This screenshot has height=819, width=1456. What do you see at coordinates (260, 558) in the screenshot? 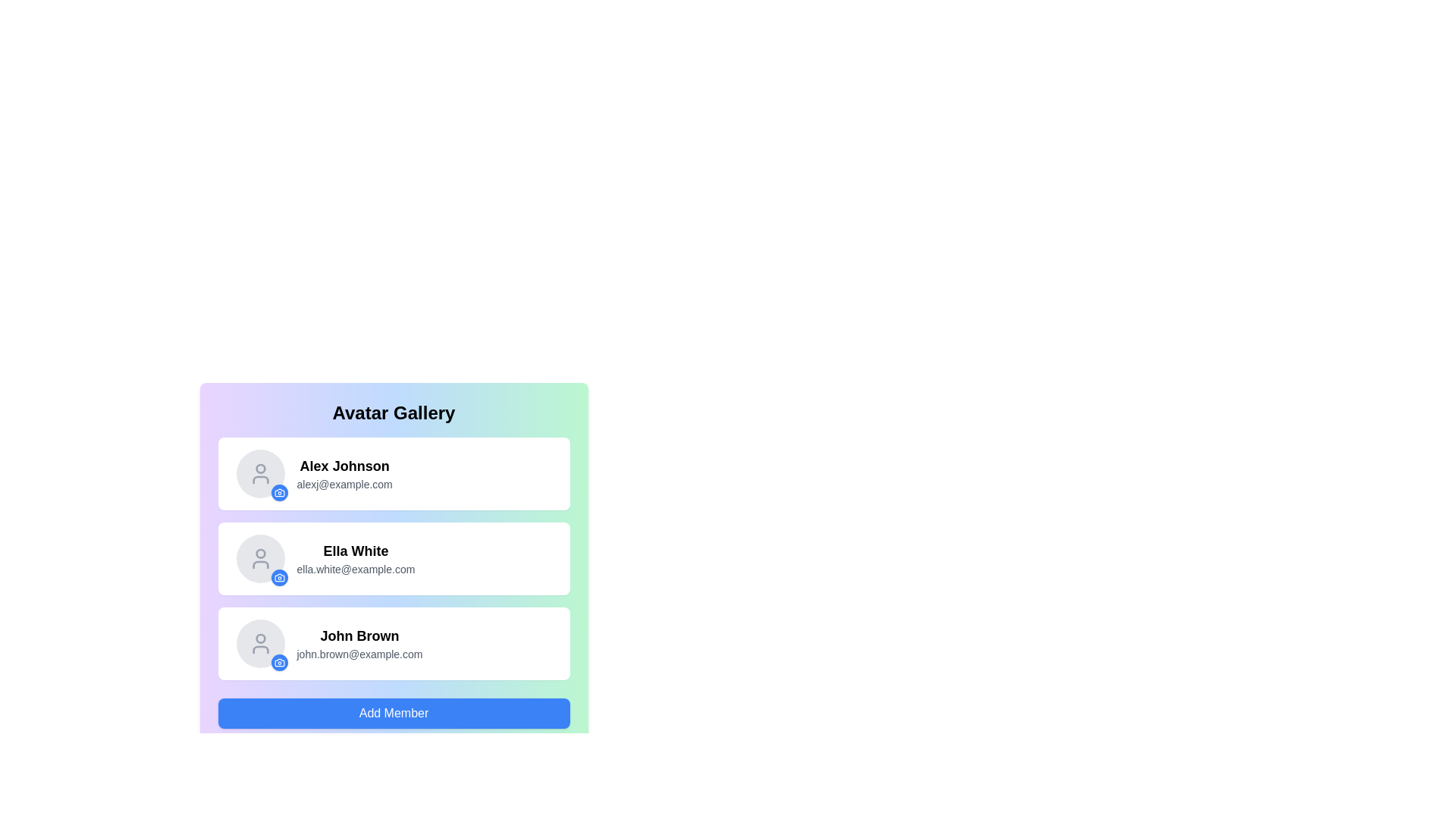
I see `the circular gray icon representing the user 'Ella White' in the Avatar Gallery panel` at bounding box center [260, 558].